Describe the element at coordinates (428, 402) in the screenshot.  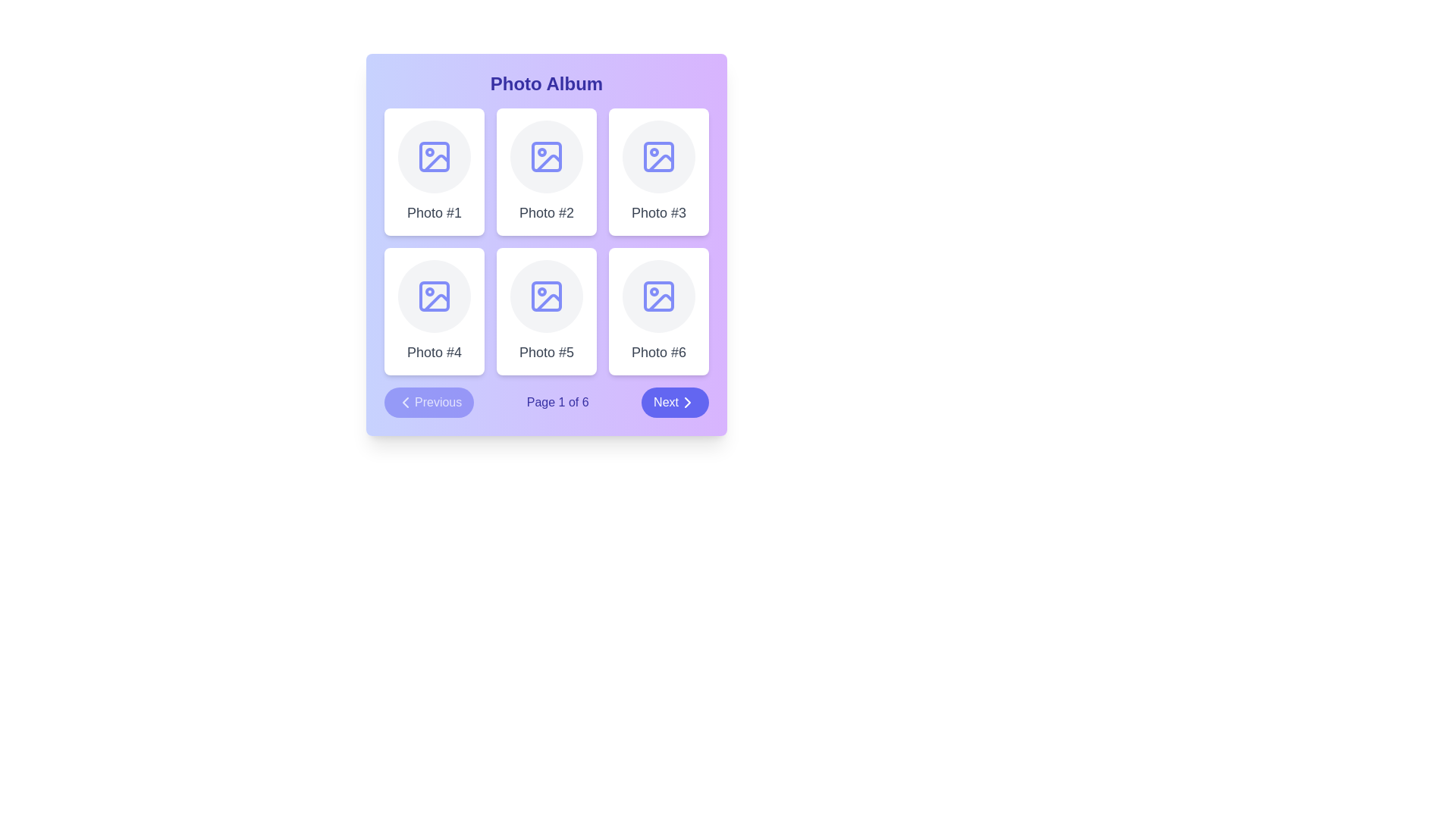
I see `the 'Previous' button, which is a rounded purple button with white text and a left-arrow icon, located in the navigation bar at the bottom of the main content area` at that location.